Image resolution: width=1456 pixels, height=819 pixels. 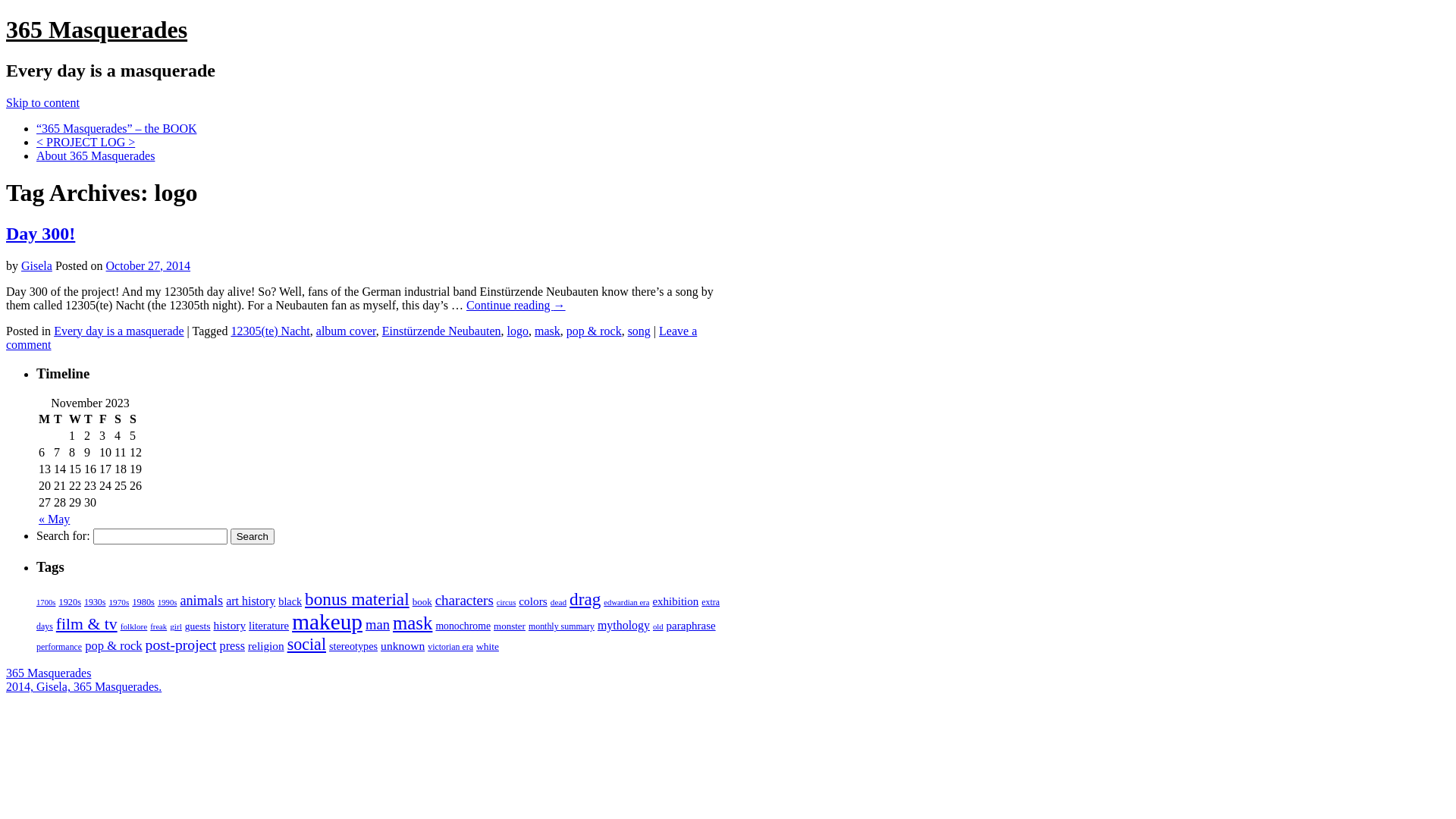 I want to click on 'Skip to content', so click(x=42, y=102).